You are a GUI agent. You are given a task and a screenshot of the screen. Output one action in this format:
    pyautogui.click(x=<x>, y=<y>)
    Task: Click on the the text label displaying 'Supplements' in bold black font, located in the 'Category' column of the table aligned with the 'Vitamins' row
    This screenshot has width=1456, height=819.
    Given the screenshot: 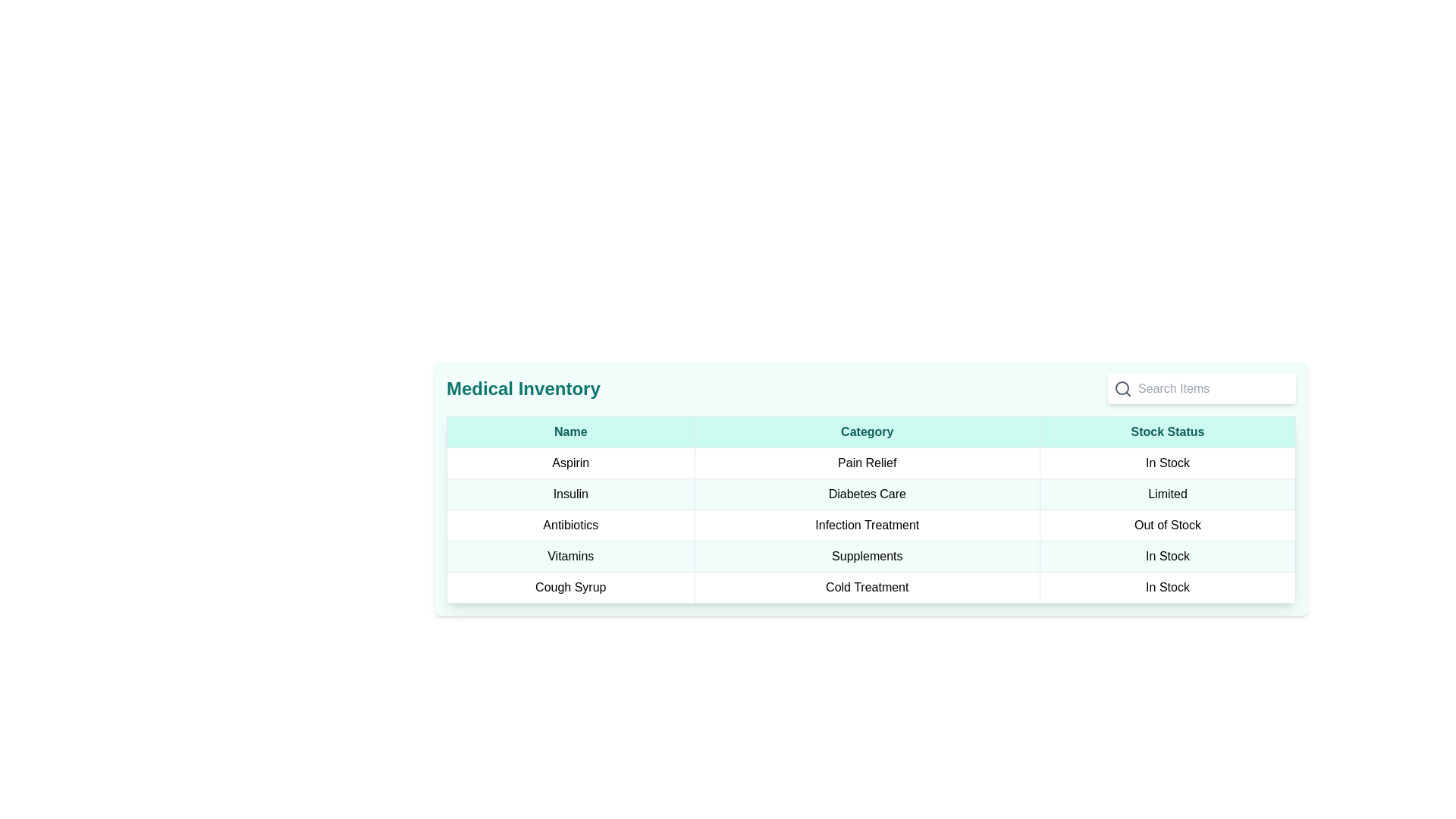 What is the action you would take?
    pyautogui.click(x=867, y=556)
    